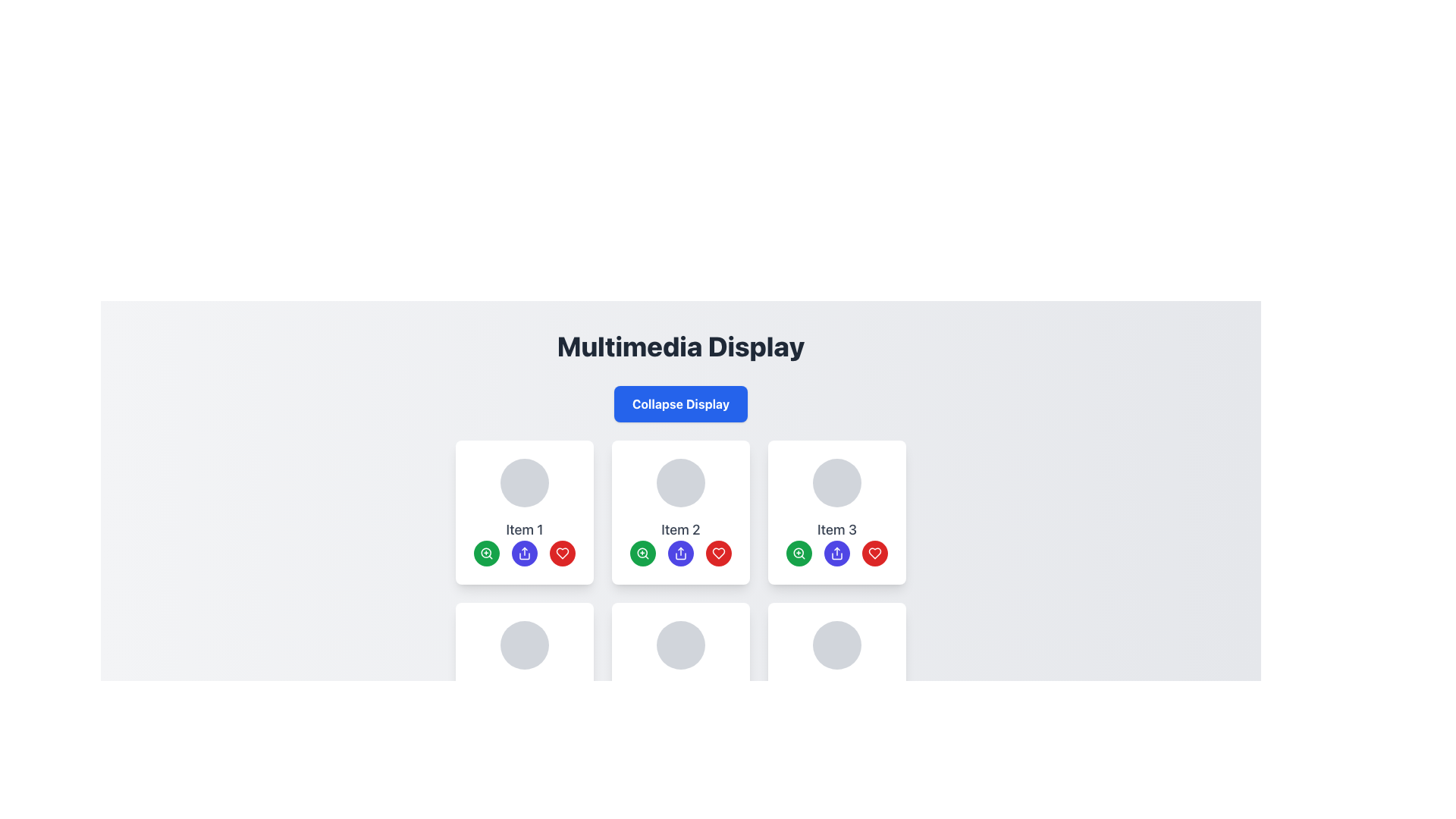  Describe the element at coordinates (798, 553) in the screenshot. I see `the zoom-in button located below the card labeled 'Item 3' in the third column of the grid to enlarge the content of the item` at that location.